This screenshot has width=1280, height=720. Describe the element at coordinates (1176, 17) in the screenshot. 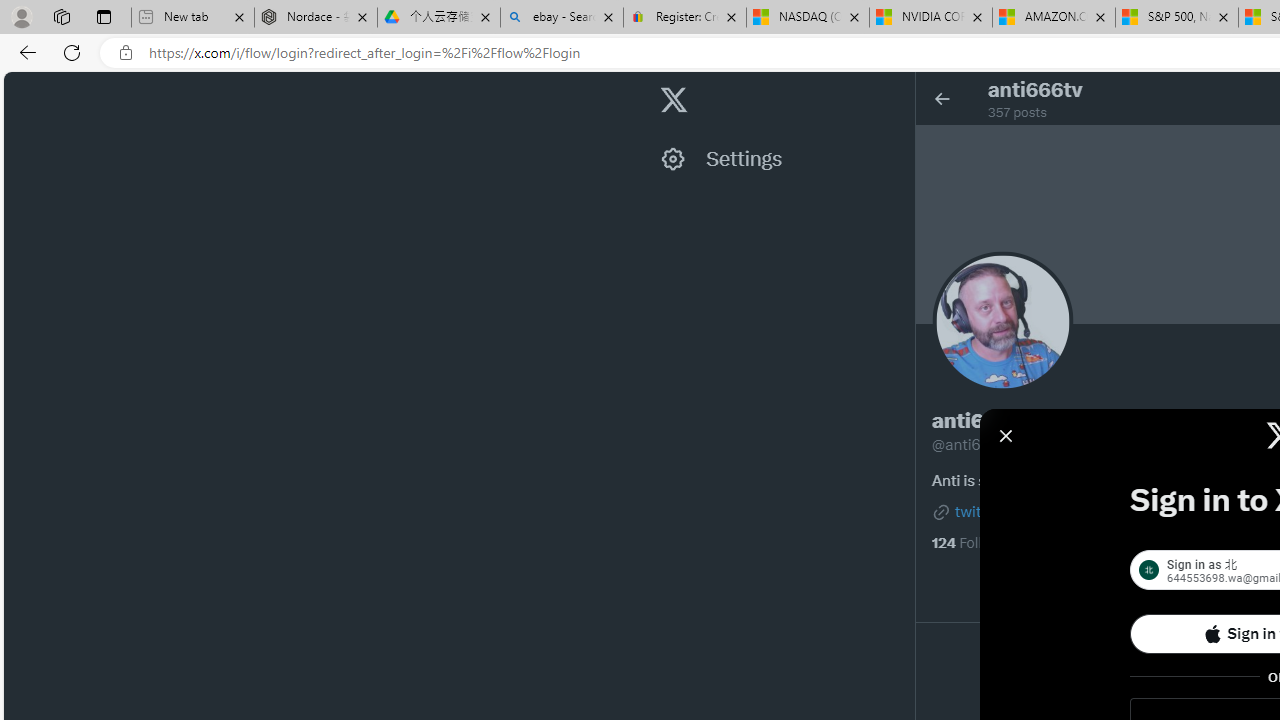

I see `'S&P 500, Nasdaq end lower, weighed by Nvidia dip | Watch'` at that location.